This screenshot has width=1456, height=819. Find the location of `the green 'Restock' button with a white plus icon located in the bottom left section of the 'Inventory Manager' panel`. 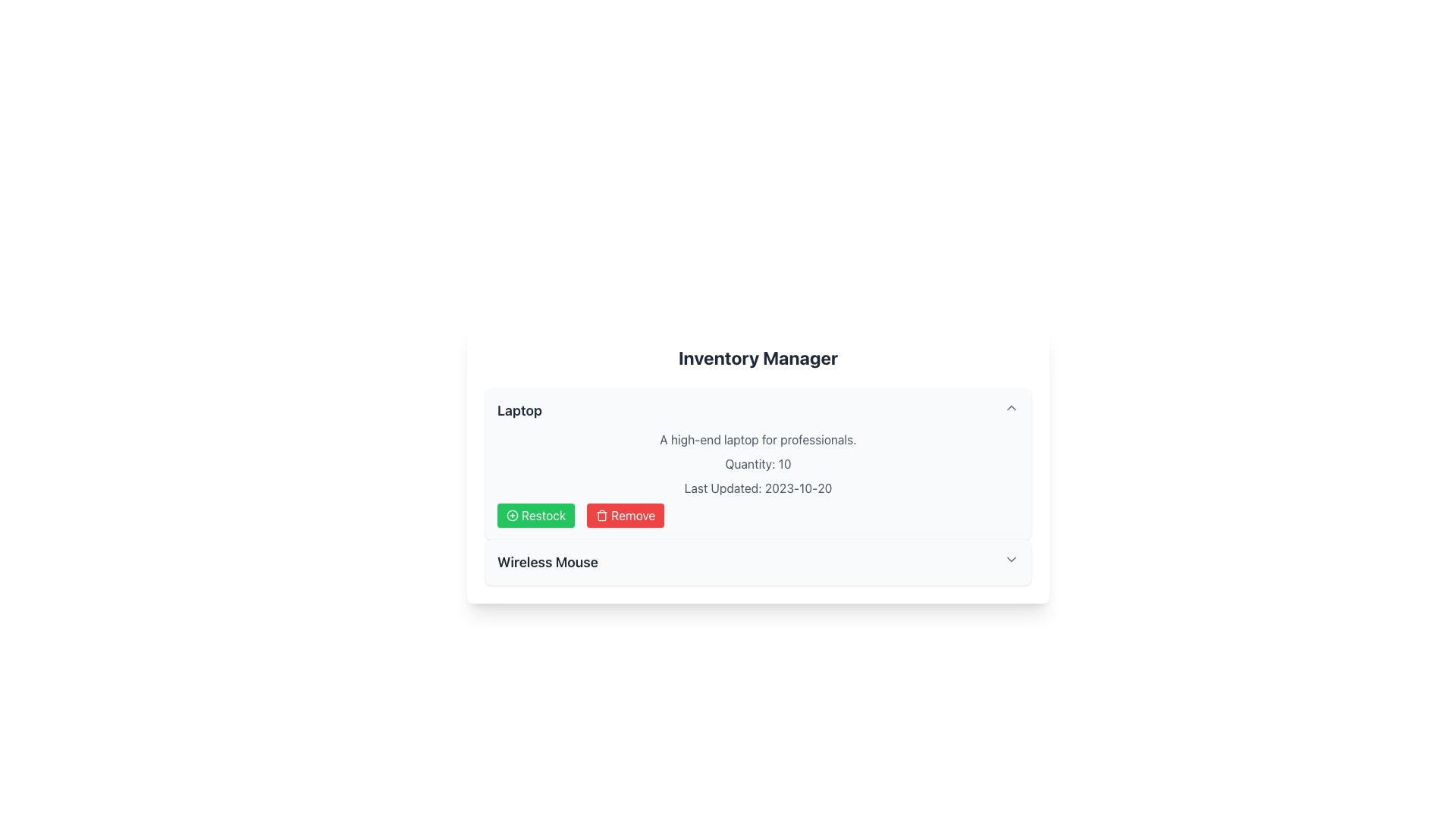

the green 'Restock' button with a white plus icon located in the bottom left section of the 'Inventory Manager' panel is located at coordinates (536, 514).